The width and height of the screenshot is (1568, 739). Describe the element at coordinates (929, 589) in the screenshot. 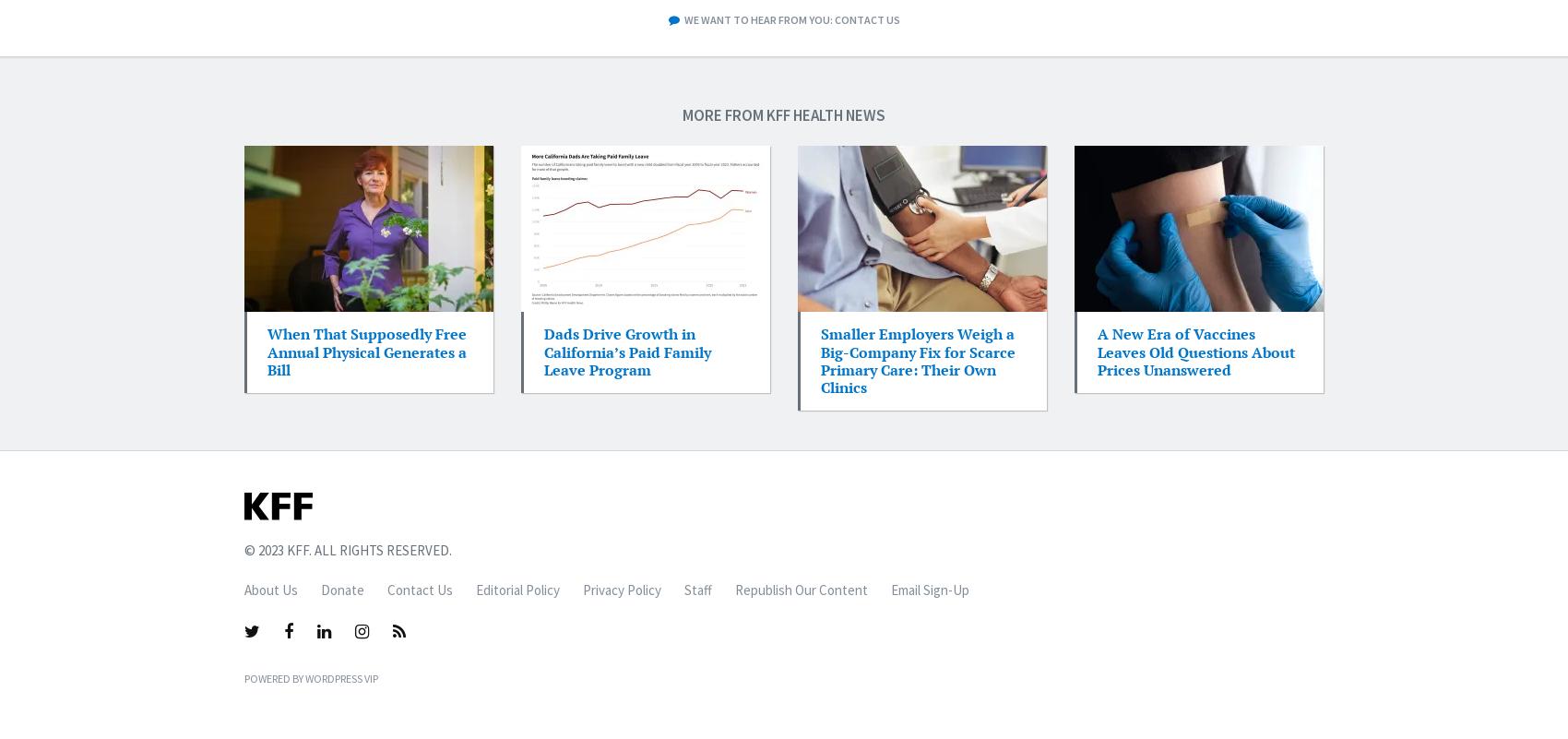

I see `'Email Sign-Up'` at that location.